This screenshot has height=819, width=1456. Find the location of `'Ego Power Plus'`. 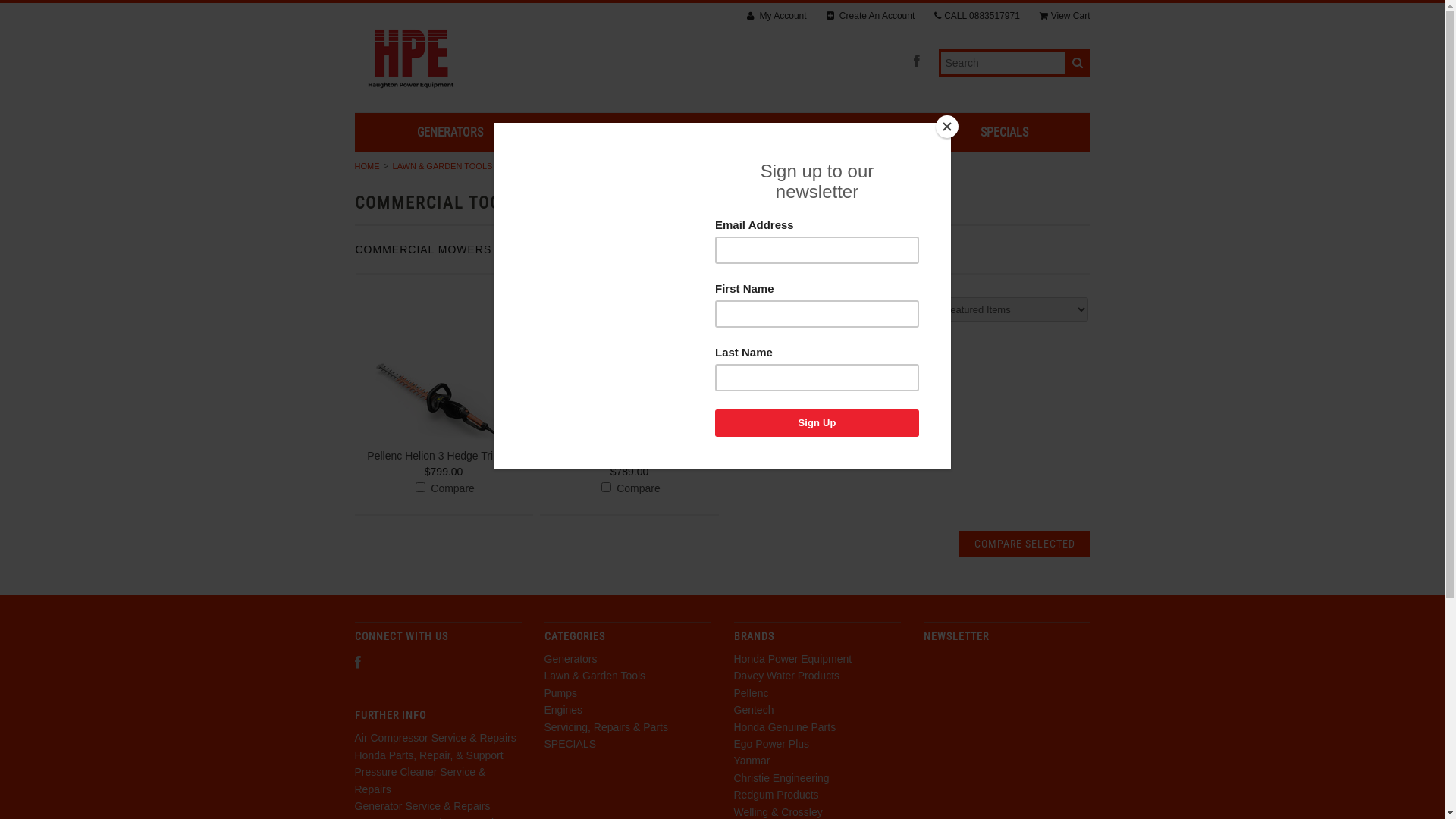

'Ego Power Plus' is located at coordinates (771, 742).